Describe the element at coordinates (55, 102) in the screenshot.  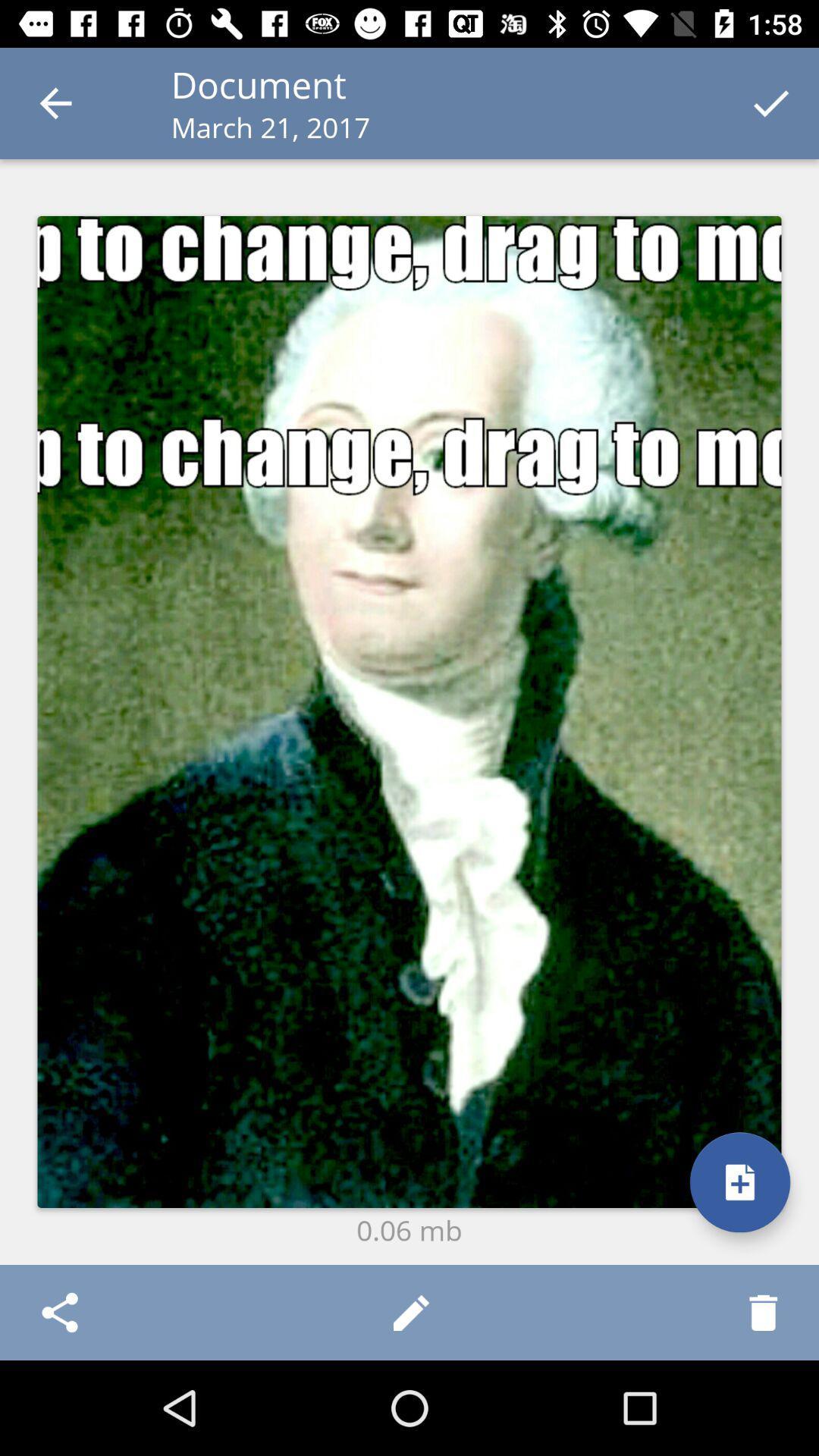
I see `icon to the left of the document item` at that location.